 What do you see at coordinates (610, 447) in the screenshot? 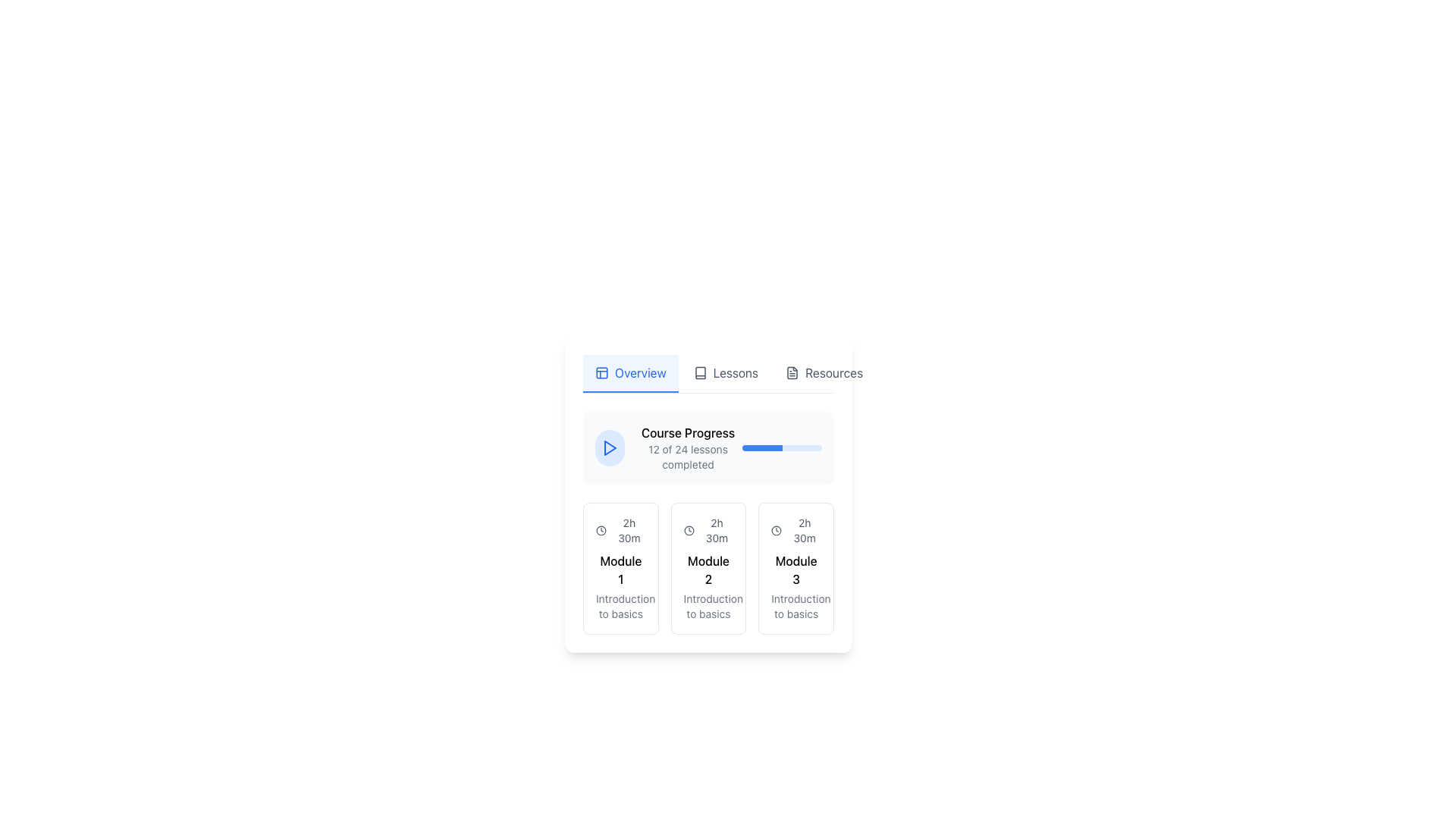
I see `the play control button located in the top left corner of the 'Course Progress' section` at bounding box center [610, 447].